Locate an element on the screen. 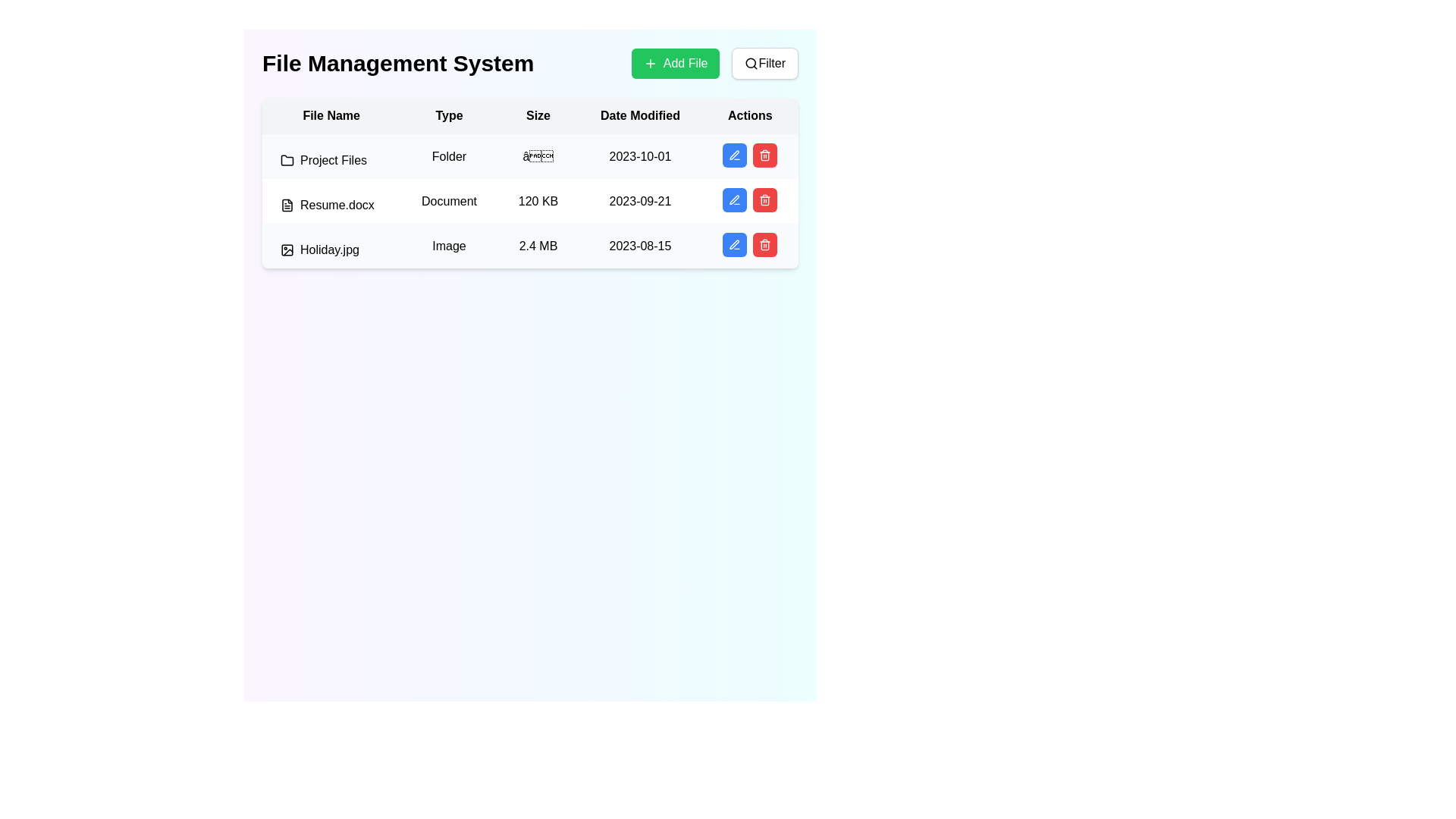 This screenshot has width=1456, height=819. the white rectangular 'Filter' button with a magnifying glass icon is located at coordinates (765, 63).